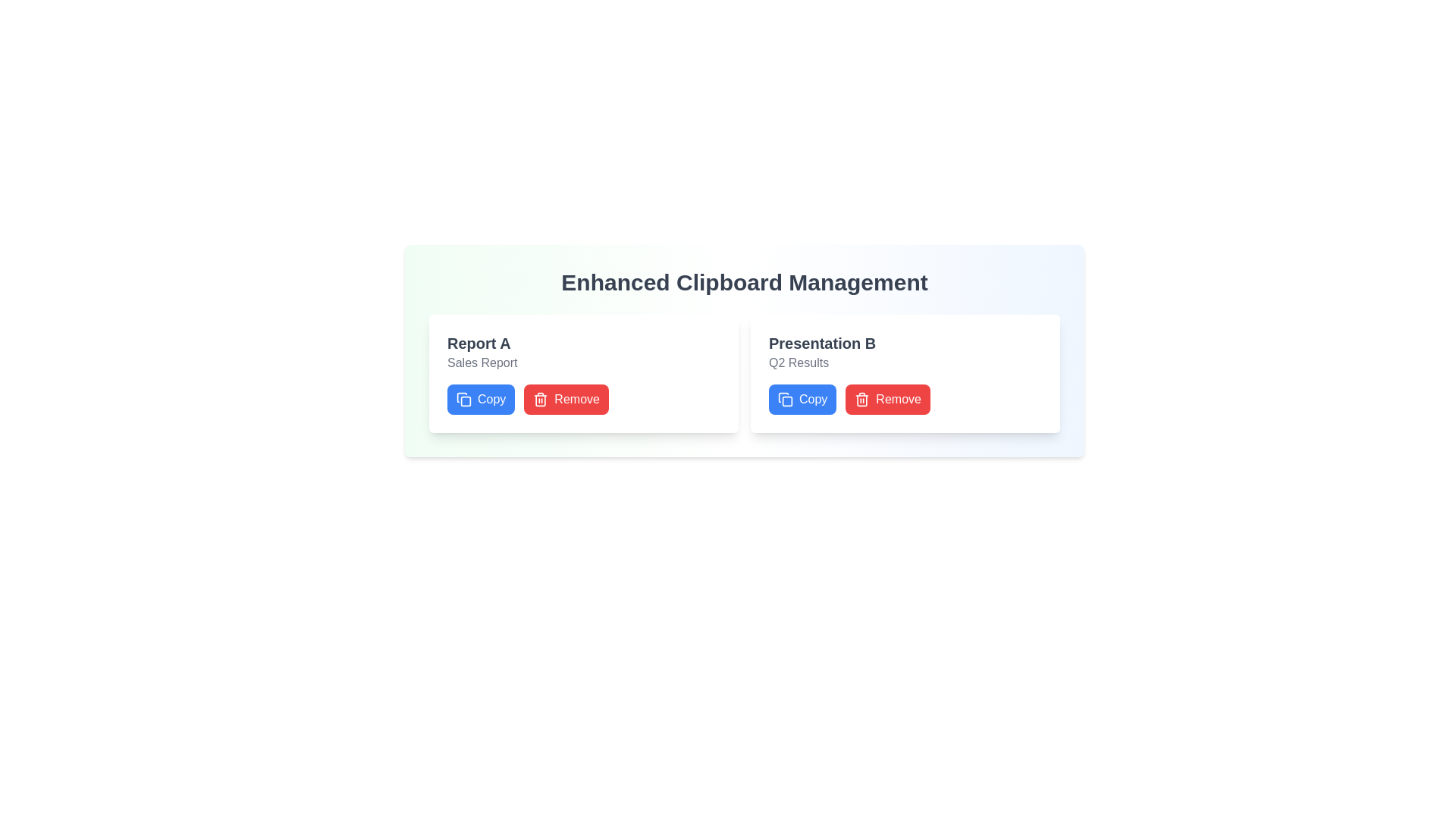  Describe the element at coordinates (888, 399) in the screenshot. I see `the red 'Remove' button with rounded corners, featuring bold white text and a trash can icon, located at the bottom-right corner of the 'Presentation B' card` at that location.